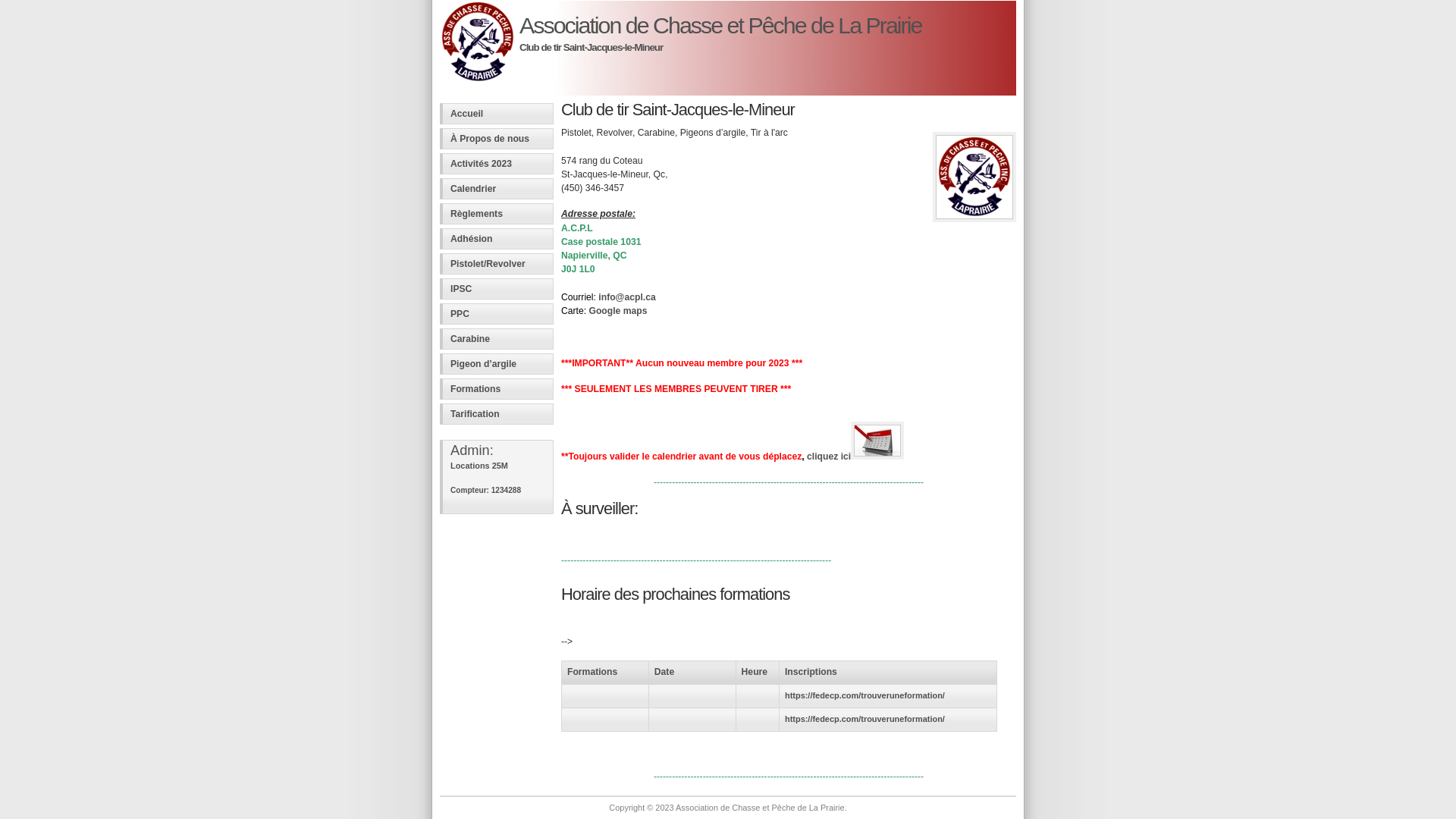  What do you see at coordinates (496, 188) in the screenshot?
I see `'Calendrier'` at bounding box center [496, 188].